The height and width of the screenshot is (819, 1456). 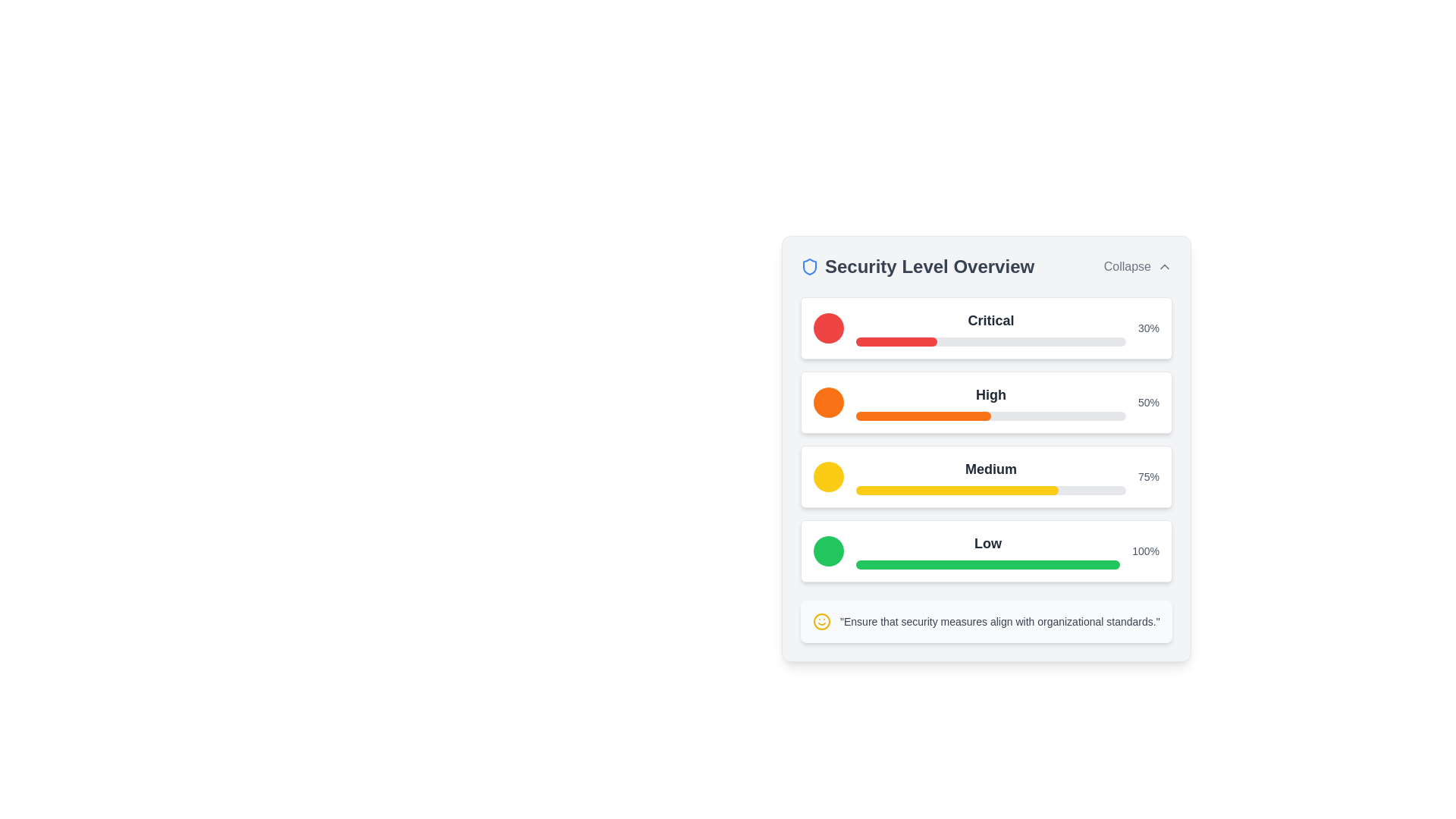 I want to click on the visual data of the Progress bar indicating a status level of 'High' with 50% completion, positioned between 'Critical' and 'Medium' status indicators, so click(x=986, y=402).